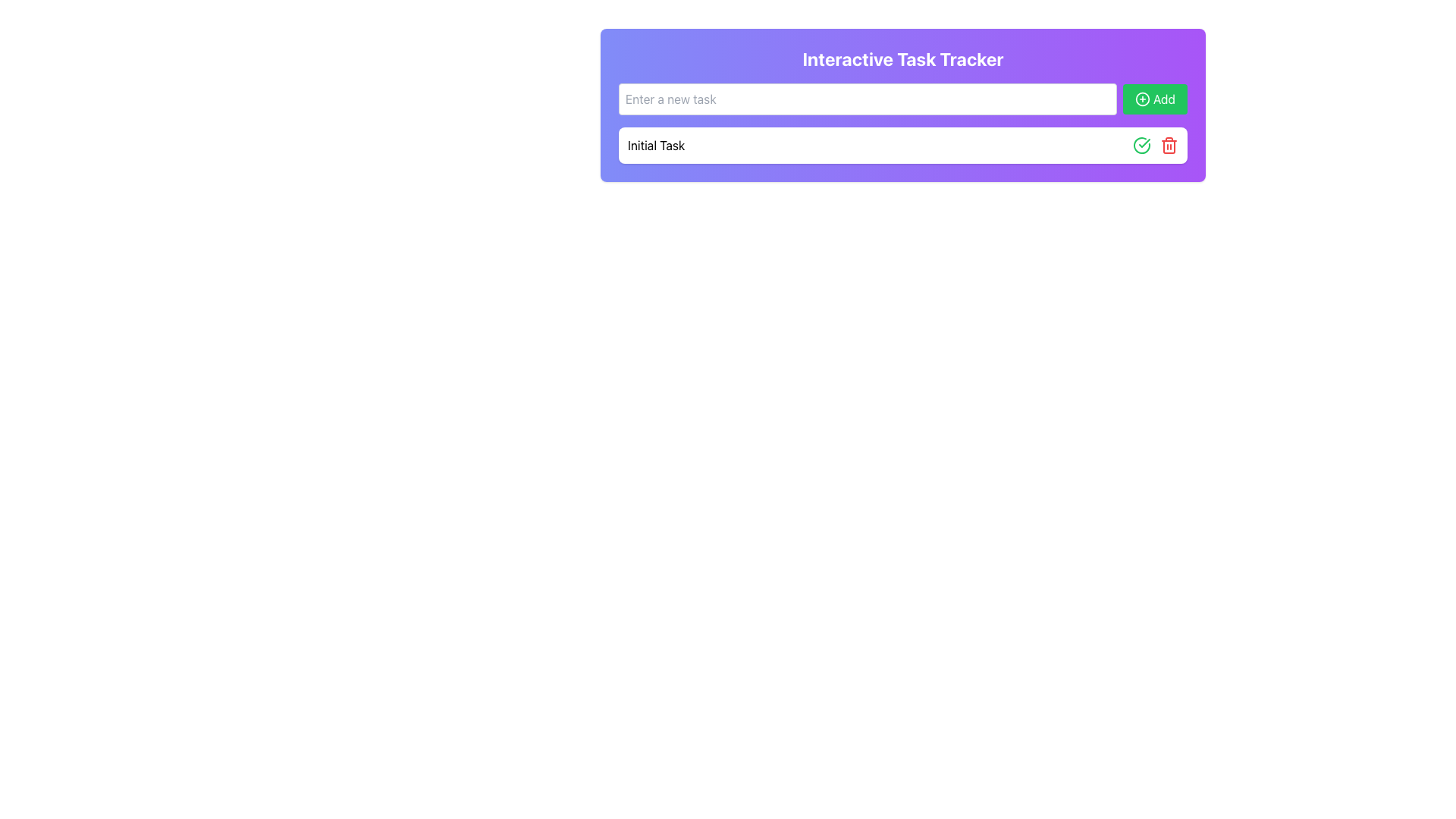  I want to click on the curved rectangle SVG element representing a trash function located in the top-right corner of the second row of controls, so click(1168, 146).